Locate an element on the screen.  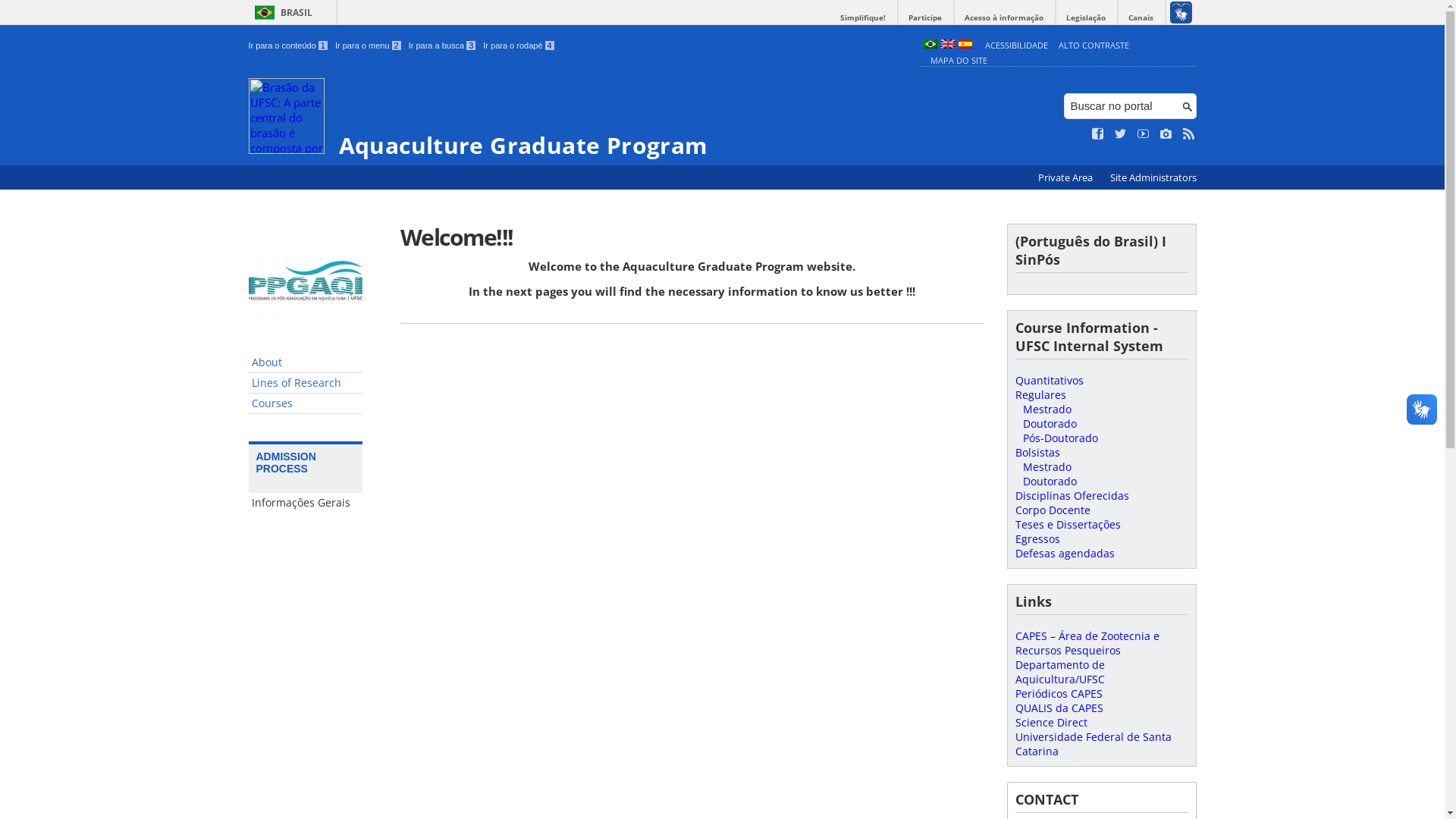
'Universidade Federal de Santa Catarina' is located at coordinates (1092, 742).